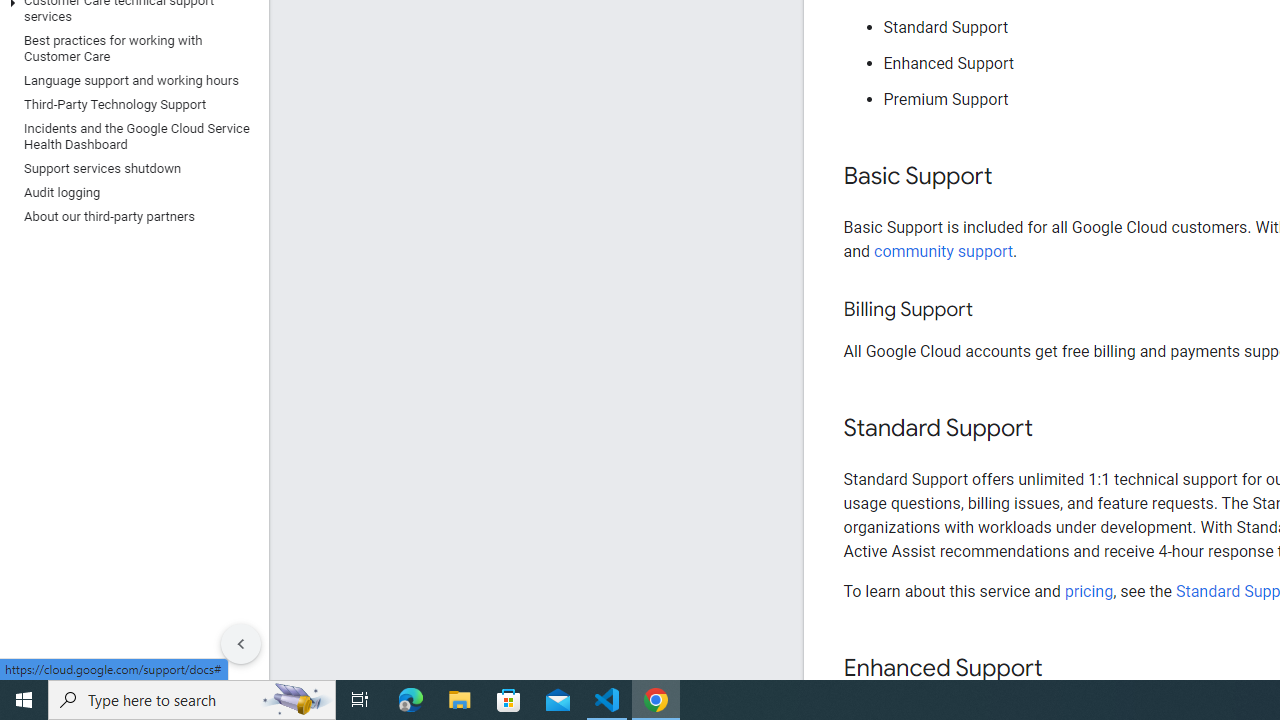 The image size is (1280, 720). Describe the element at coordinates (1052, 428) in the screenshot. I see `'Copy link to this section: Standard Support'` at that location.